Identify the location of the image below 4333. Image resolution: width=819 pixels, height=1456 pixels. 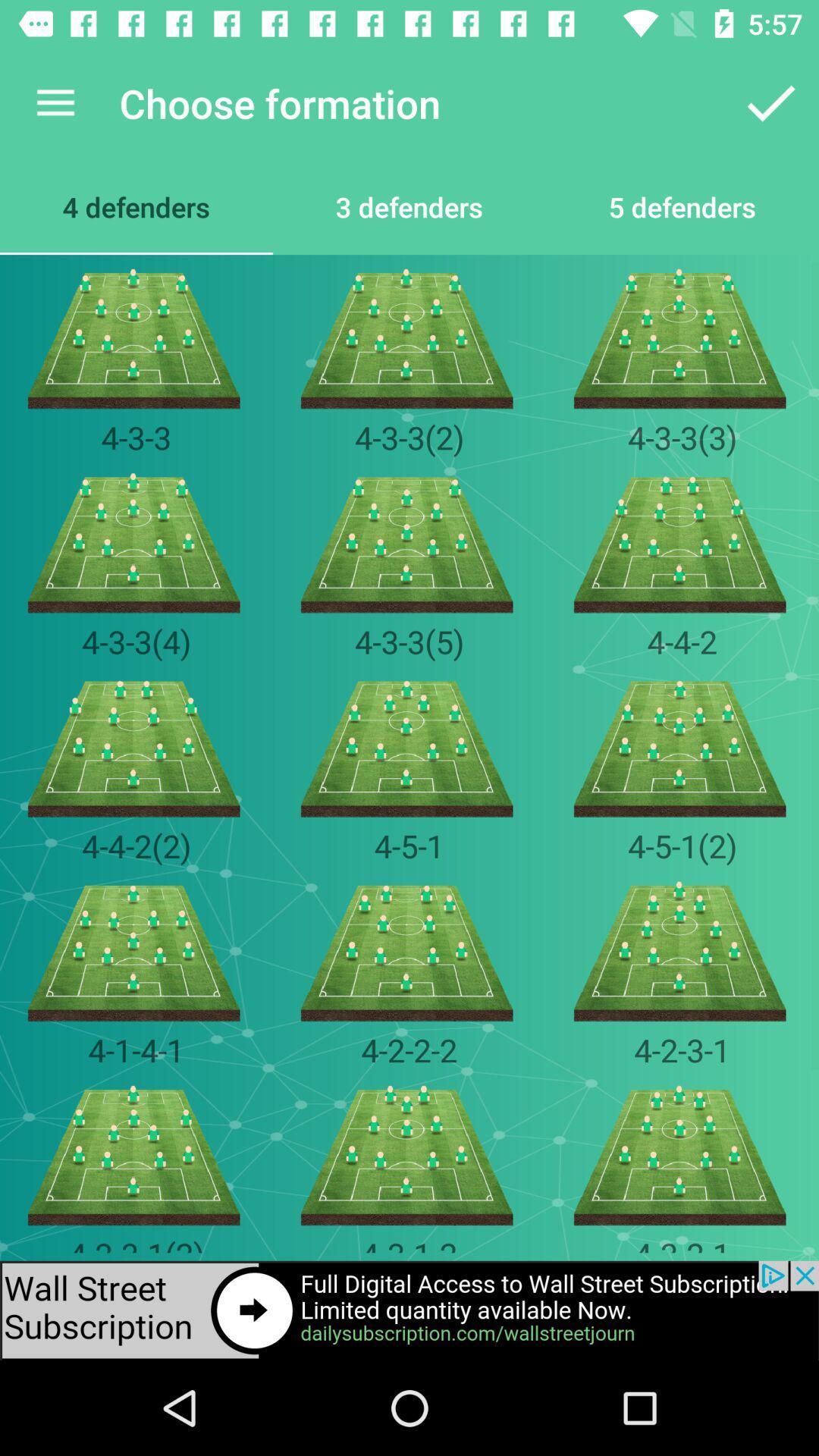
(681, 543).